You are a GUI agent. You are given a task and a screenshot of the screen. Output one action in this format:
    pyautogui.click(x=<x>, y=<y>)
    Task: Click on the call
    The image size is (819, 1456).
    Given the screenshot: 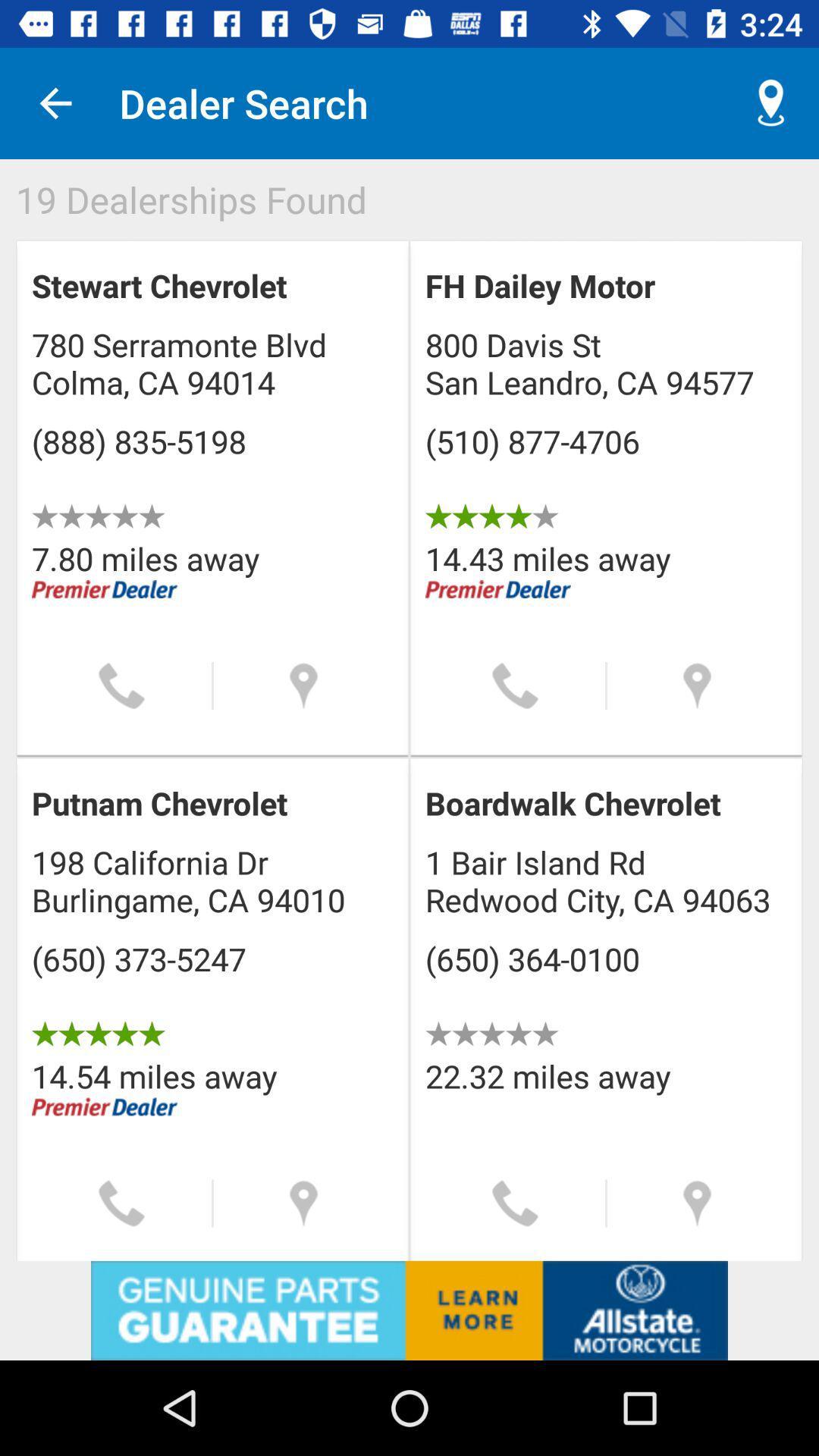 What is the action you would take?
    pyautogui.click(x=514, y=1203)
    